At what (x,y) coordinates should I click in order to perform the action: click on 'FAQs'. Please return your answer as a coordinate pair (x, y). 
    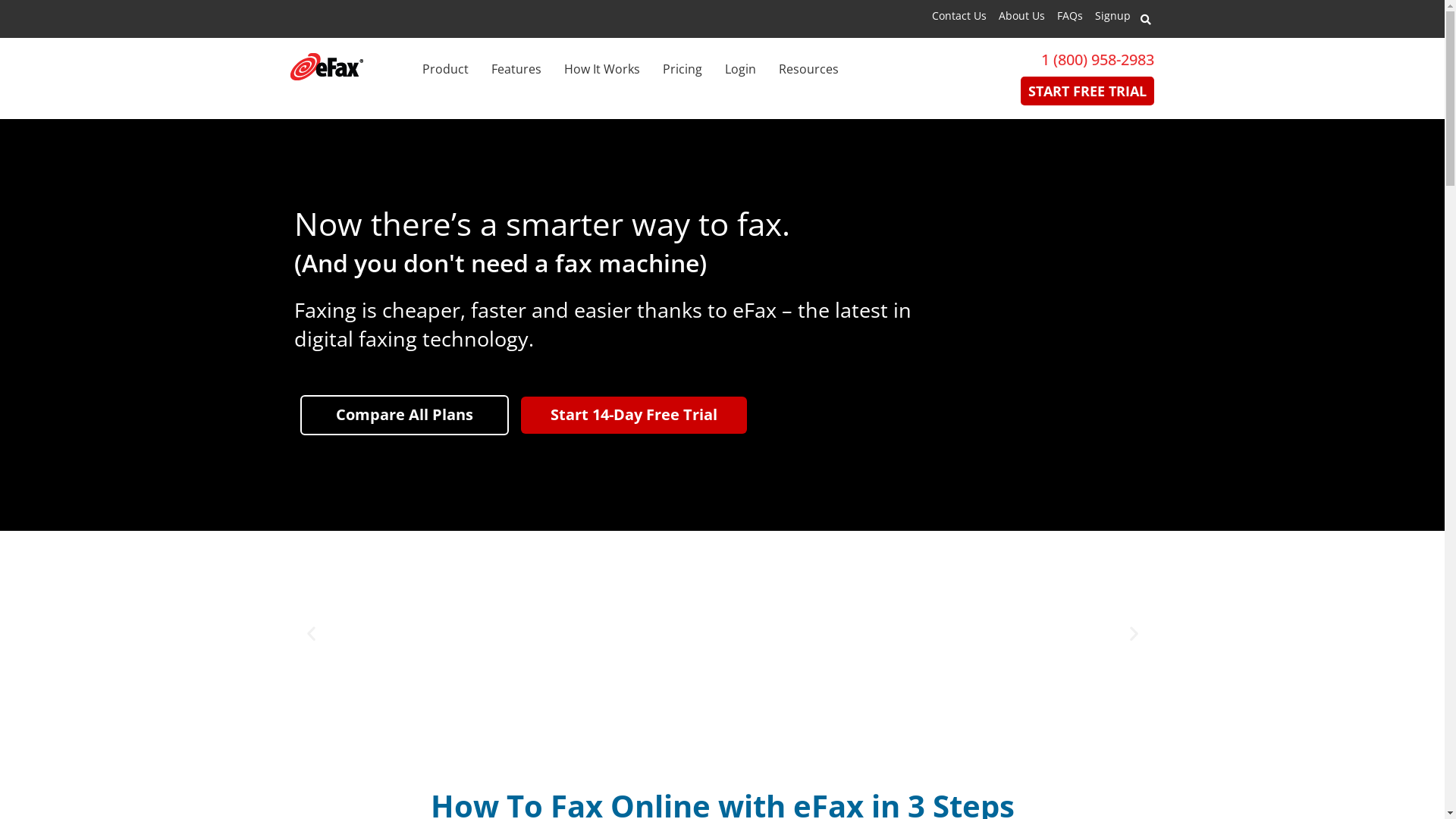
    Looking at the image, I should click on (1050, 15).